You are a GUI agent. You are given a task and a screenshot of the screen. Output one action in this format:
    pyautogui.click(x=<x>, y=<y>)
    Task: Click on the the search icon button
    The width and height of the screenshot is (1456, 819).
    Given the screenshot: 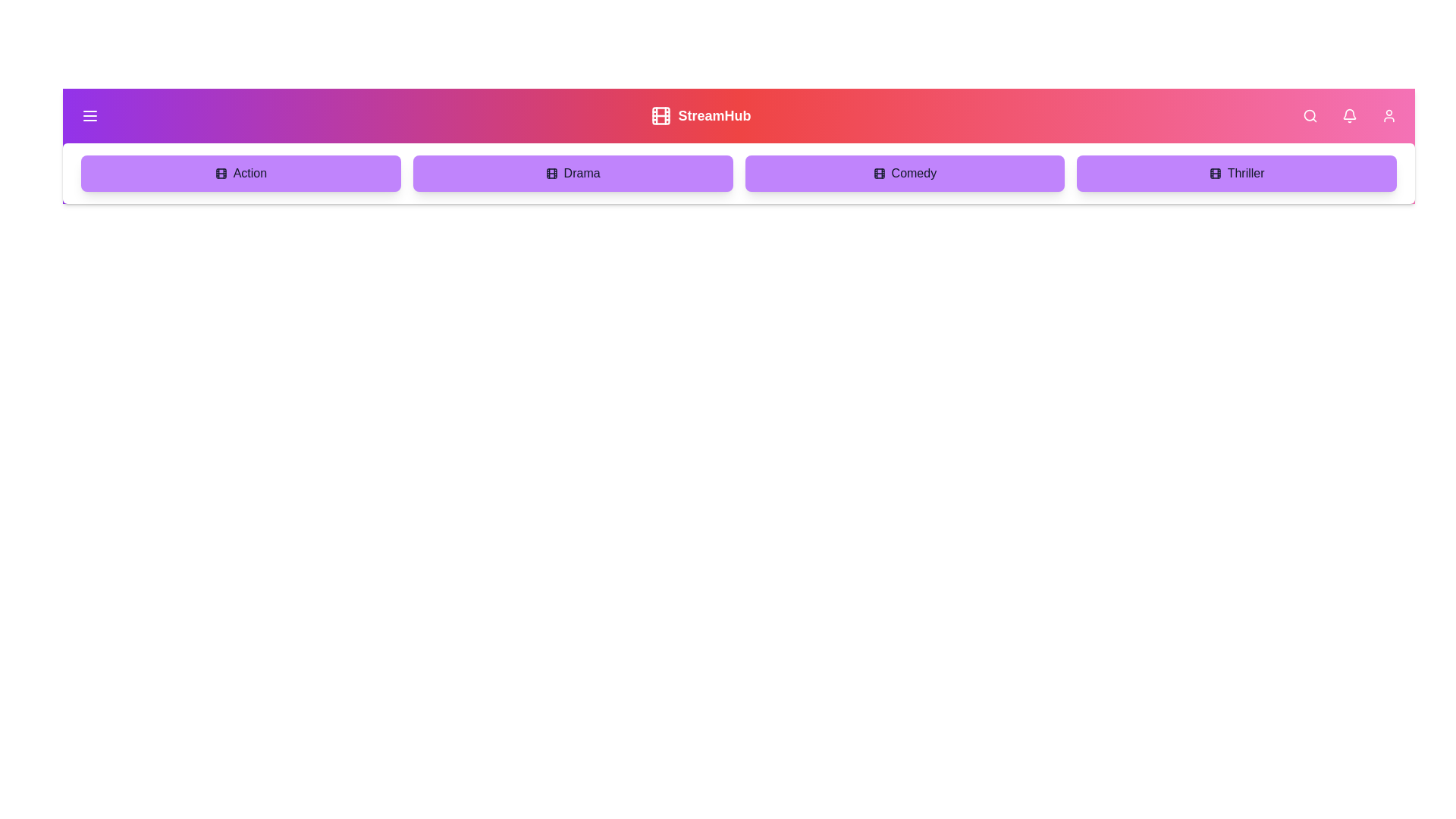 What is the action you would take?
    pyautogui.click(x=1310, y=115)
    